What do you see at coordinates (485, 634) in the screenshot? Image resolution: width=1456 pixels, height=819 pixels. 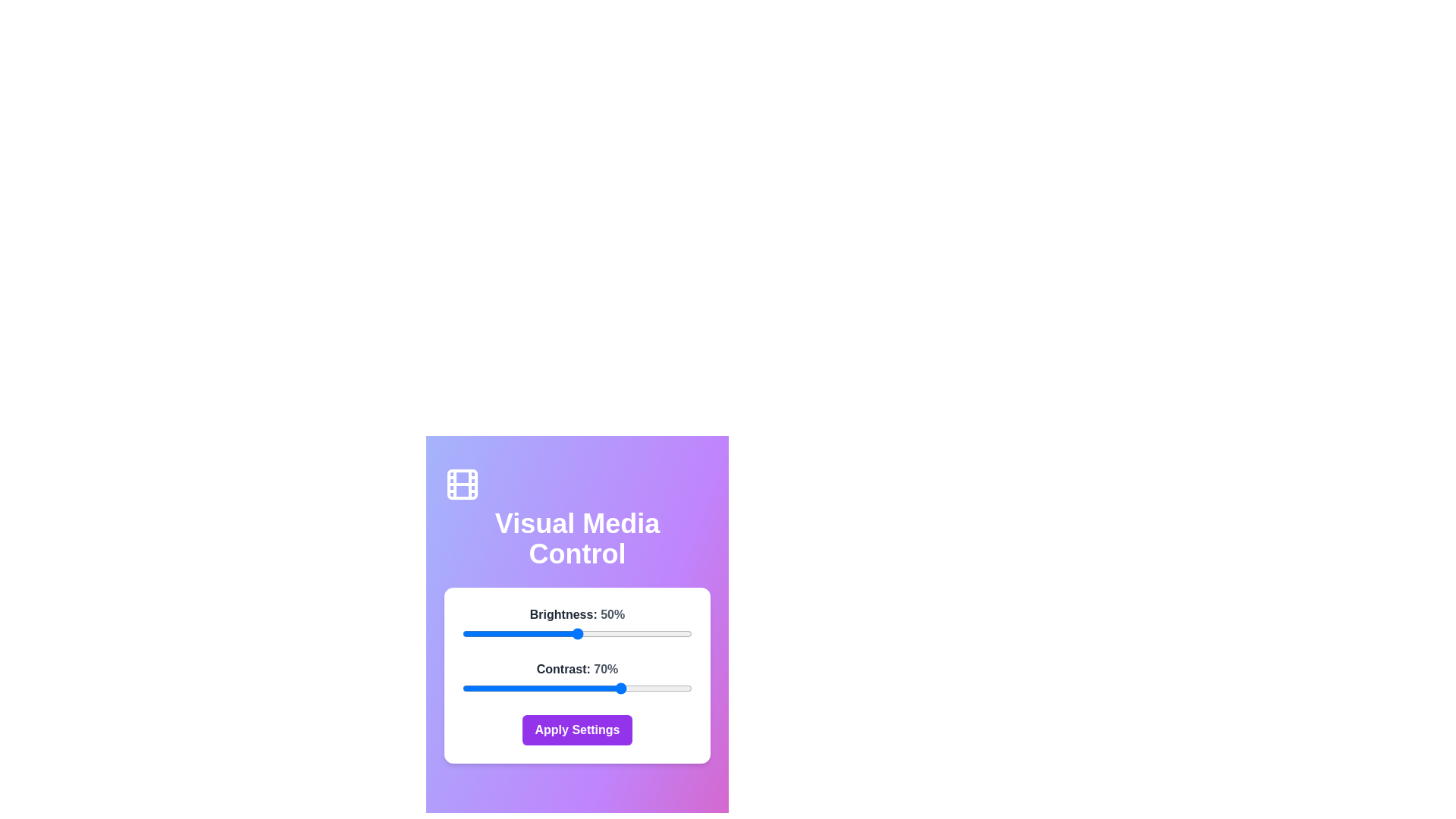 I see `the brightness slider to 10%` at bounding box center [485, 634].